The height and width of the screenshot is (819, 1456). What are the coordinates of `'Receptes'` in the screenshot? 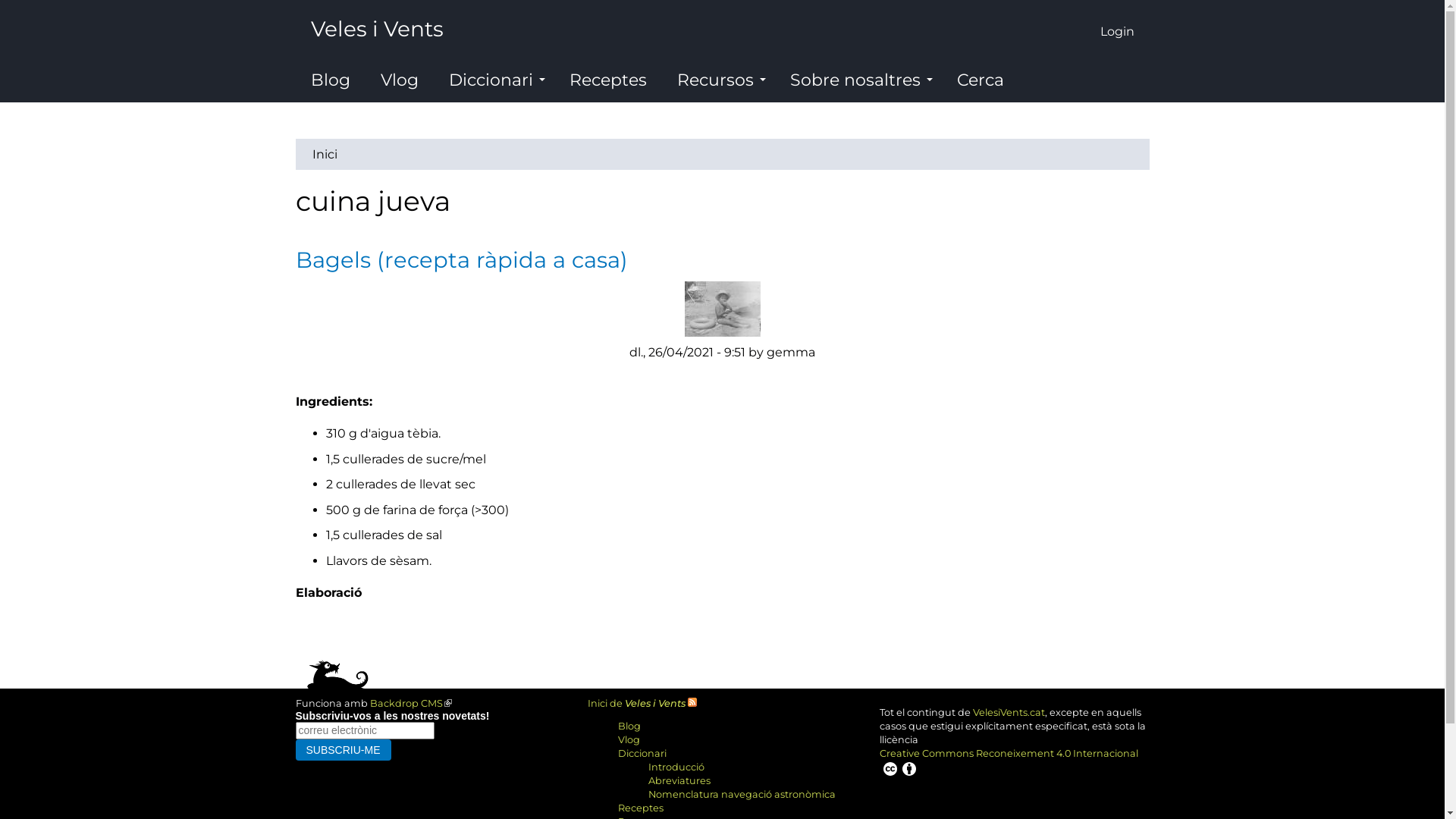 It's located at (618, 807).